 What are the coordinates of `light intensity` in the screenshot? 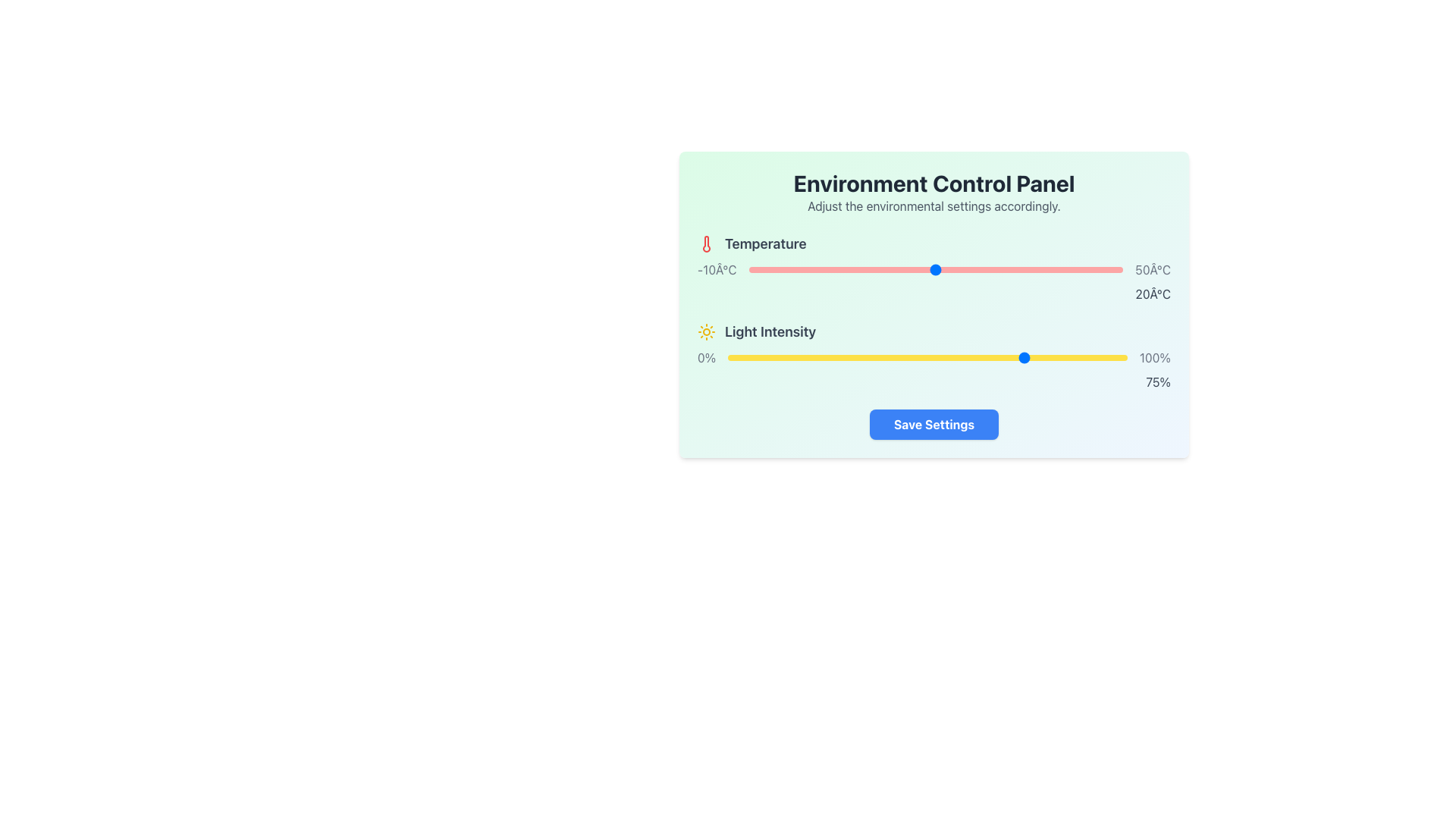 It's located at (1123, 357).